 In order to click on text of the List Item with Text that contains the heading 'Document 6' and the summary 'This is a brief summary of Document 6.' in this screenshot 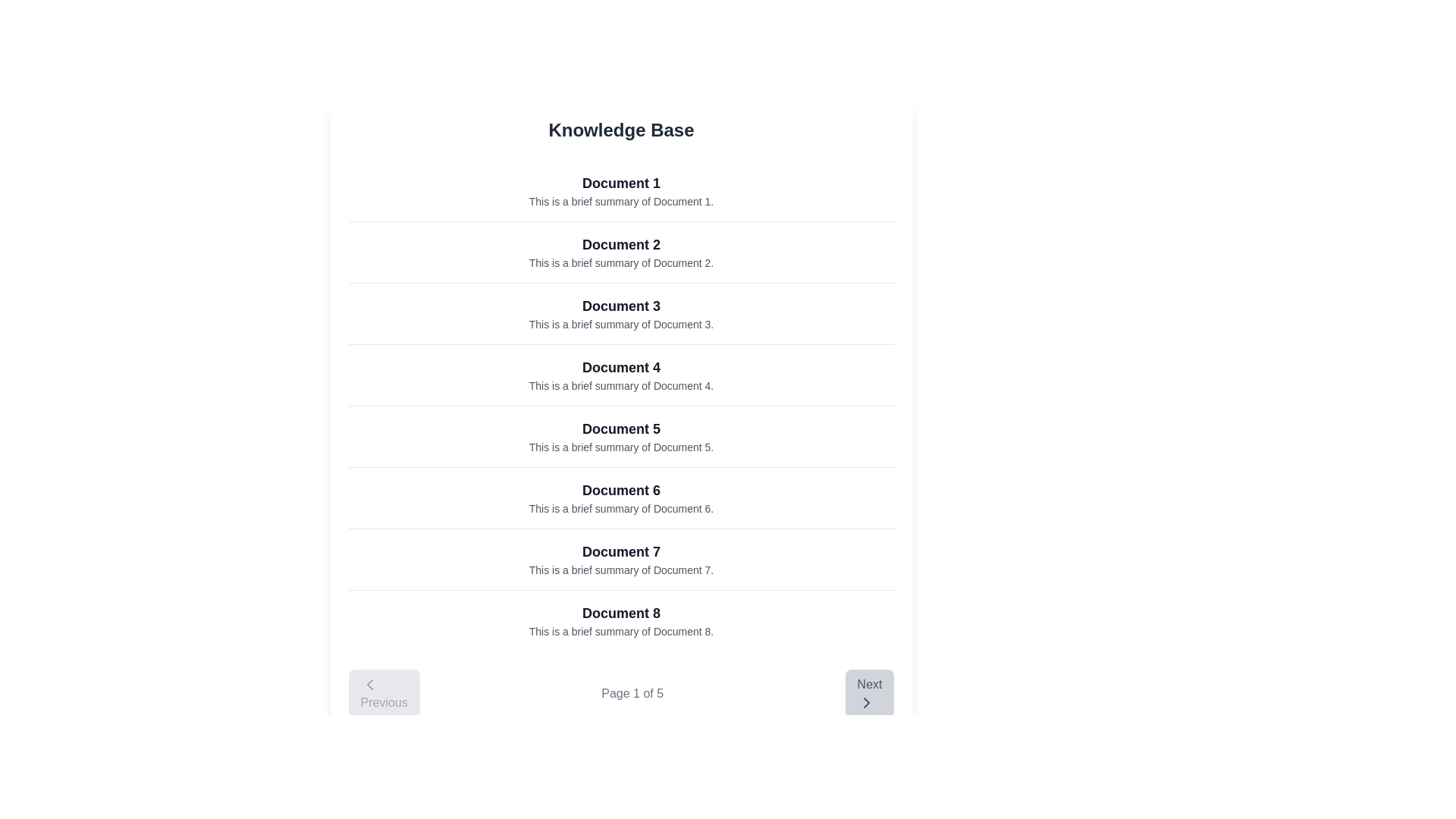, I will do `click(621, 497)`.